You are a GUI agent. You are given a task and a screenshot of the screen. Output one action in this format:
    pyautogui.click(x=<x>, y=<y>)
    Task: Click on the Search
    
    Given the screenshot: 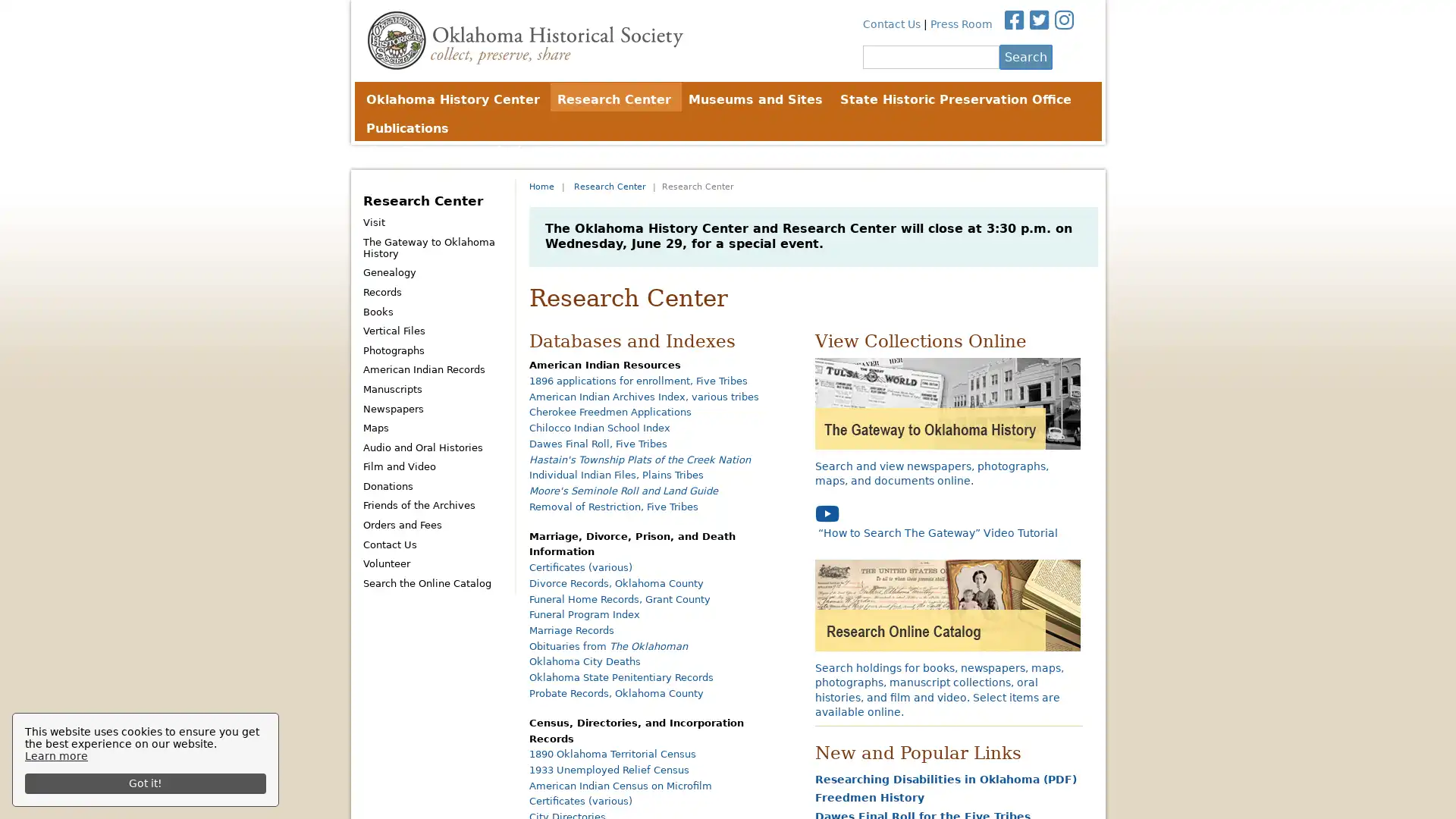 What is the action you would take?
    pyautogui.click(x=1025, y=55)
    